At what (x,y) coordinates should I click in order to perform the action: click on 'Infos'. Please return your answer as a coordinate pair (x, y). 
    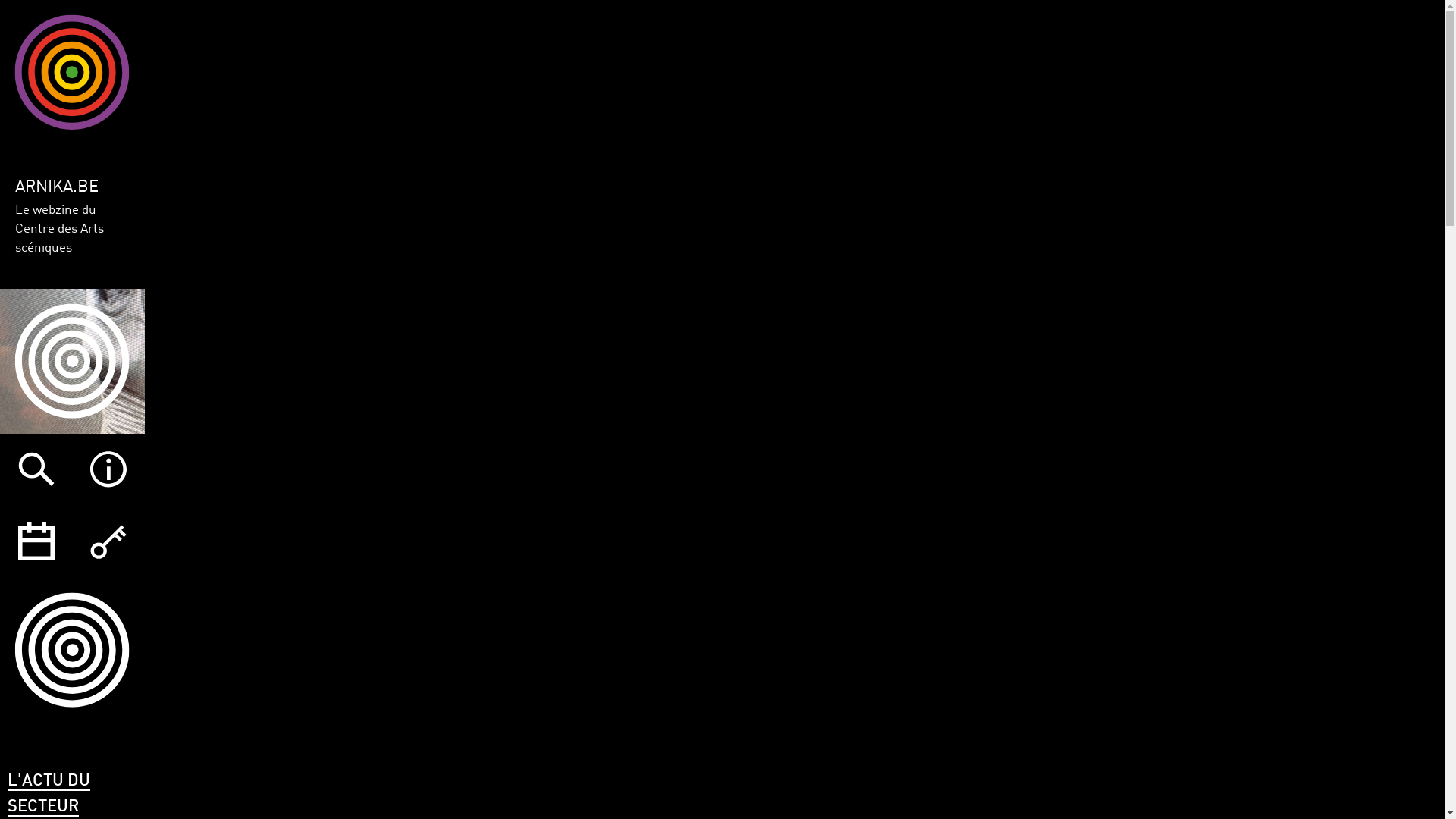
    Looking at the image, I should click on (71, 469).